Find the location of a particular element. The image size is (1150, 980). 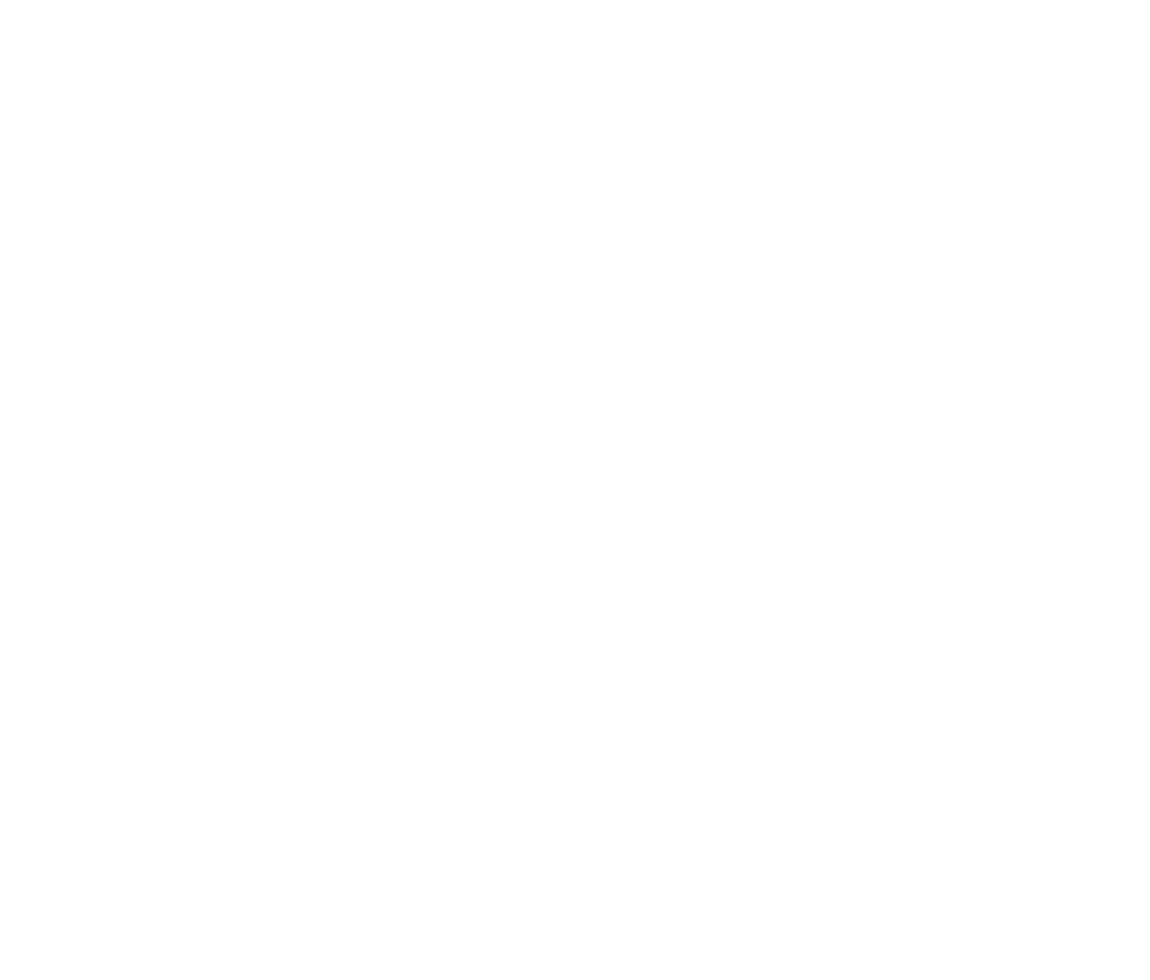

'Houses of Worship' is located at coordinates (154, 941).